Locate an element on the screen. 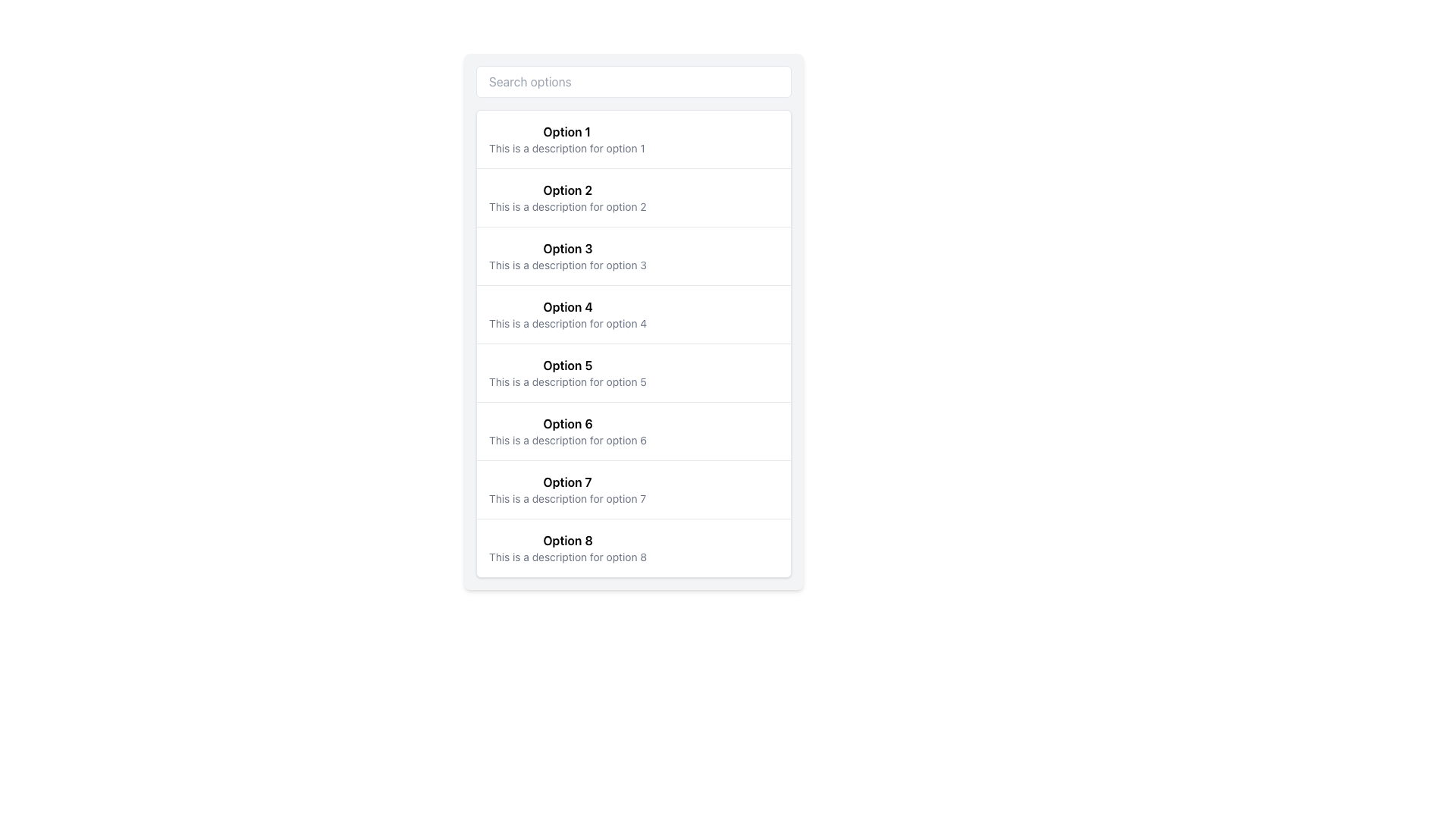 The height and width of the screenshot is (819, 1456). the fourth item option in the list is located at coordinates (633, 312).